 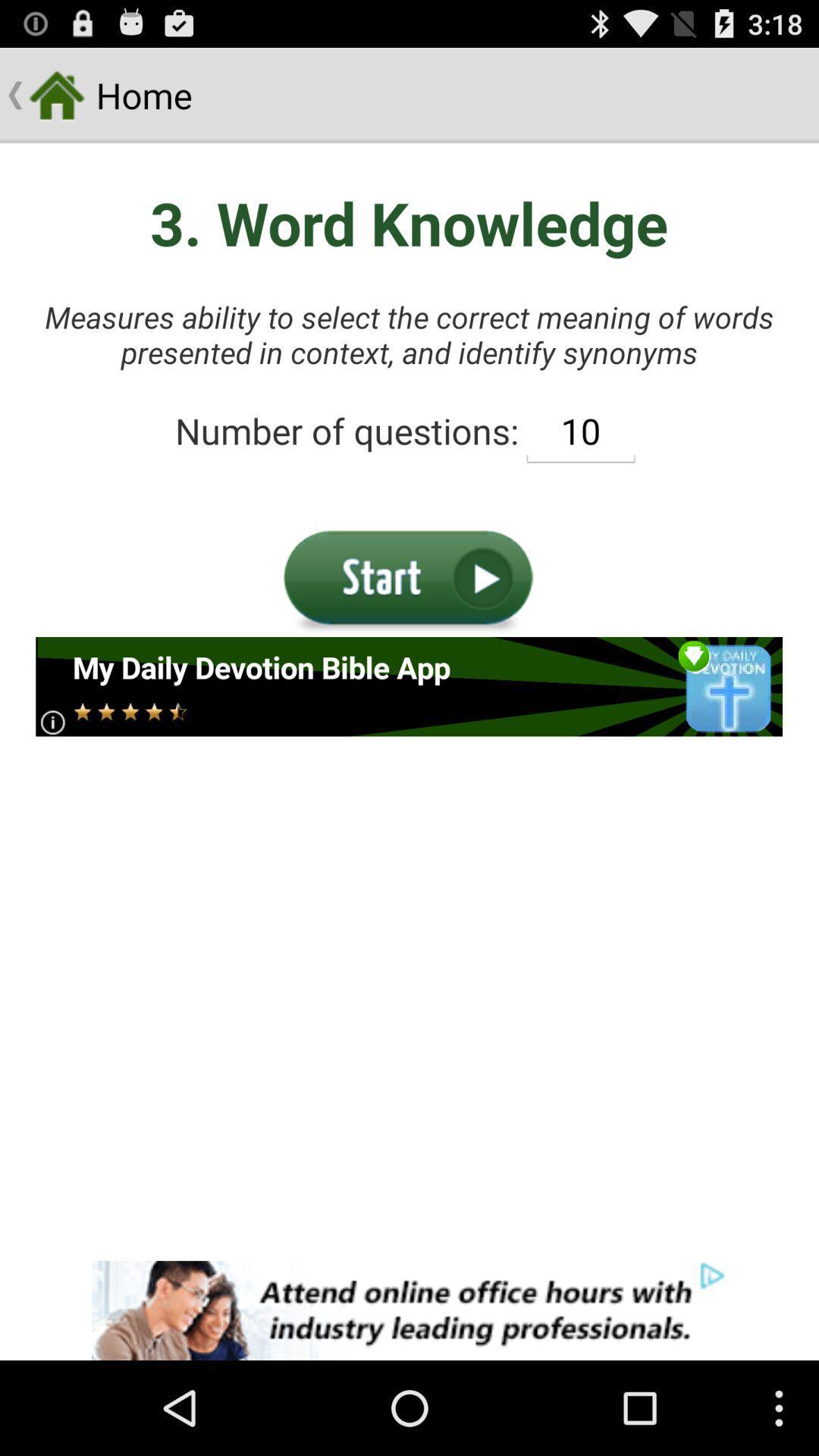 I want to click on advertisement, so click(x=408, y=686).